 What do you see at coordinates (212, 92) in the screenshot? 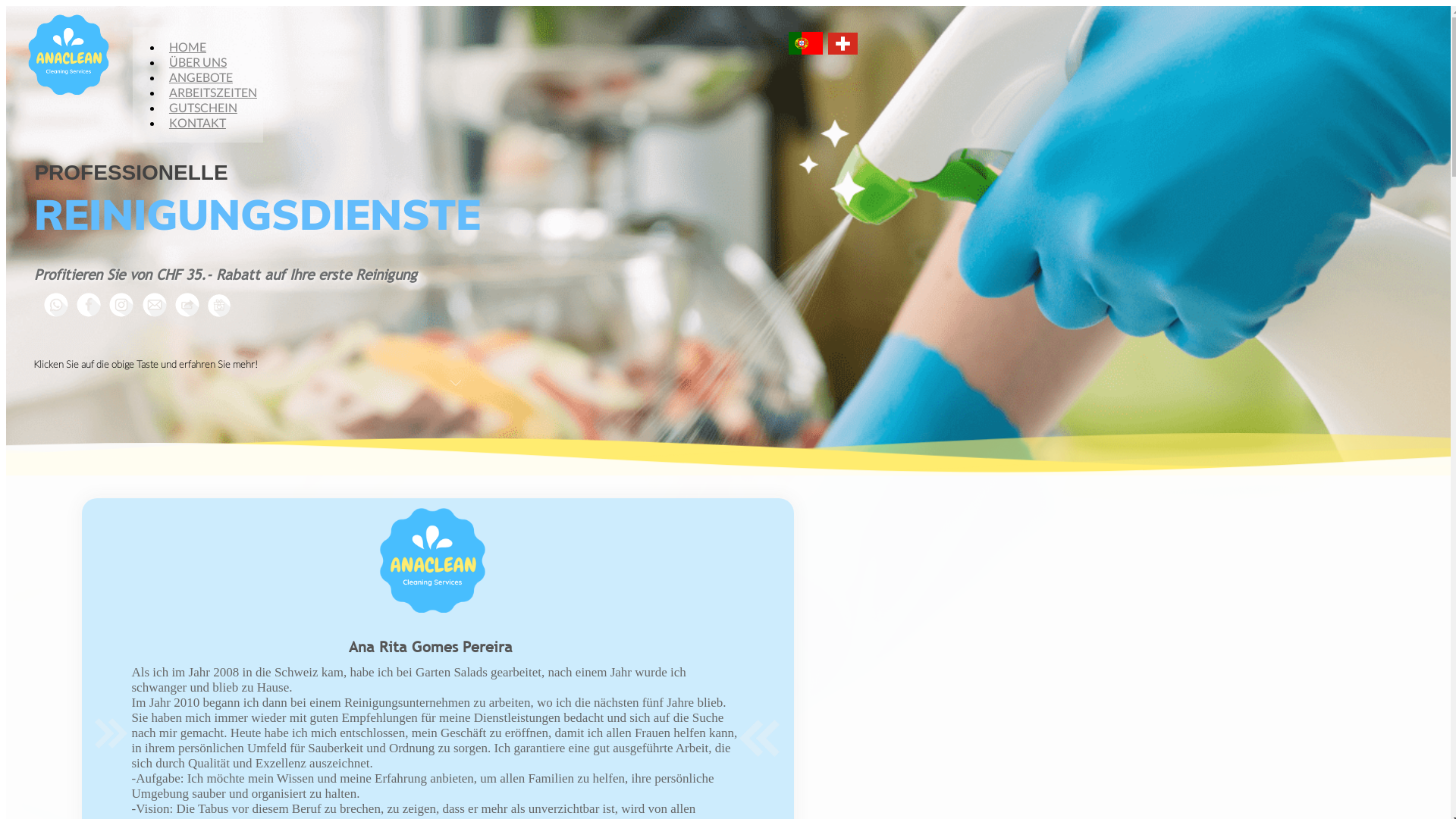
I see `'ARBEITSZEITEN'` at bounding box center [212, 92].